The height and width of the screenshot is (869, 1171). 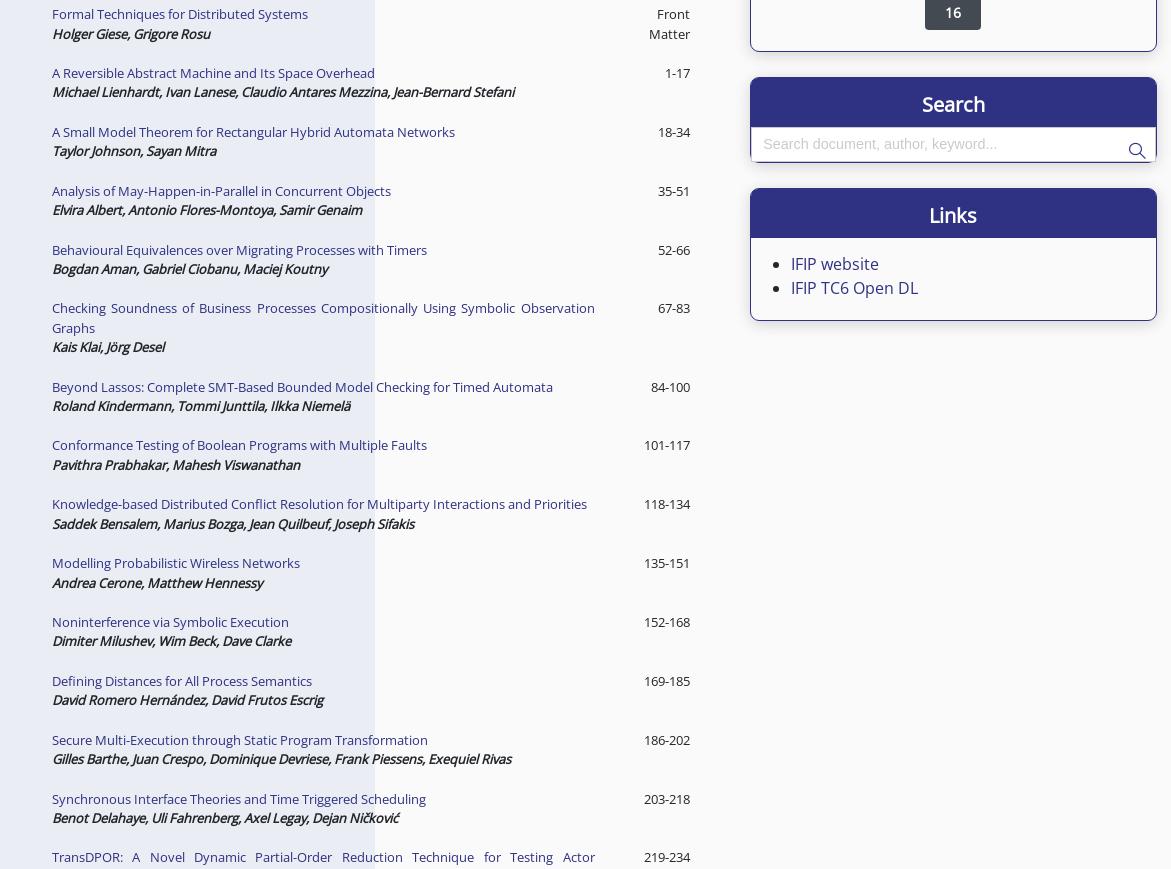 I want to click on 'Links', so click(x=952, y=213).